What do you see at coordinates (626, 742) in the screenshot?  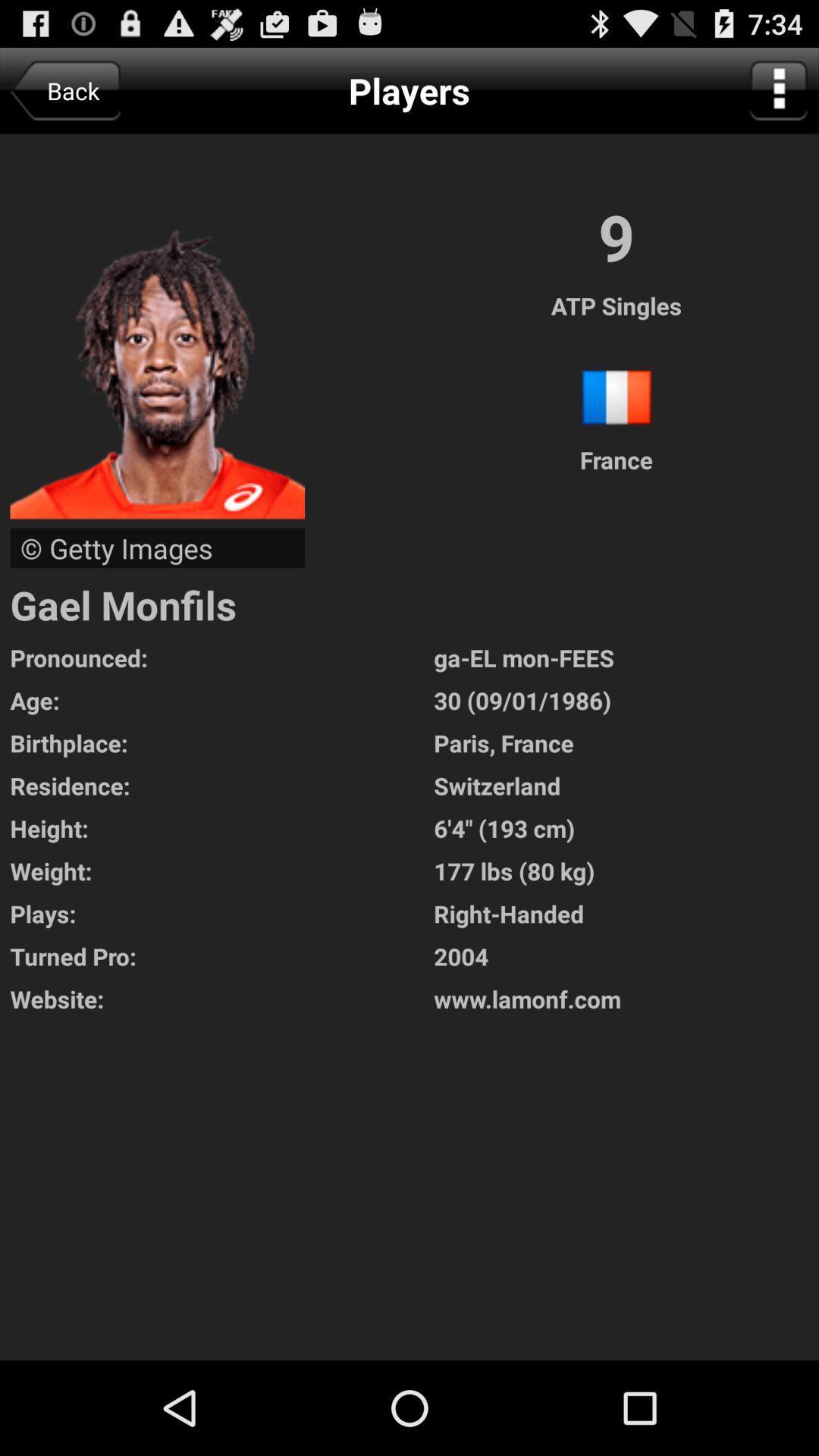 I see `the paris, france item` at bounding box center [626, 742].